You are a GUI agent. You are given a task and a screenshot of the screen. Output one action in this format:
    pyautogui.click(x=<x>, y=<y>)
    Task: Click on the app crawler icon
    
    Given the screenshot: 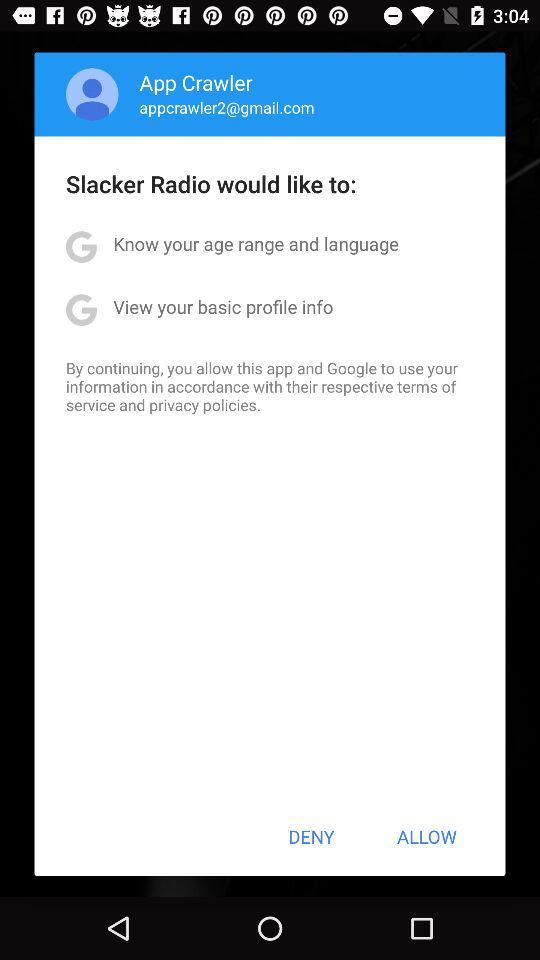 What is the action you would take?
    pyautogui.click(x=196, y=82)
    